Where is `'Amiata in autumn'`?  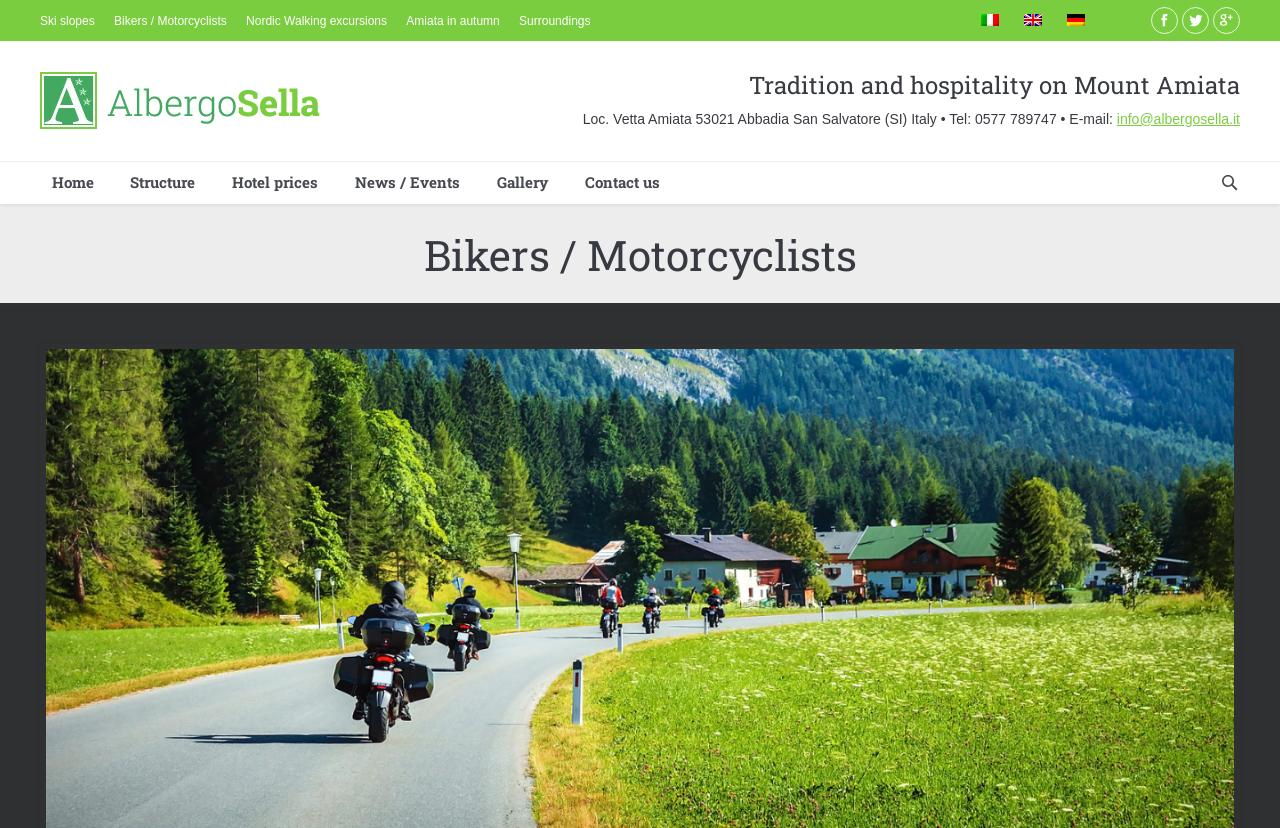
'Amiata in autumn' is located at coordinates (451, 20).